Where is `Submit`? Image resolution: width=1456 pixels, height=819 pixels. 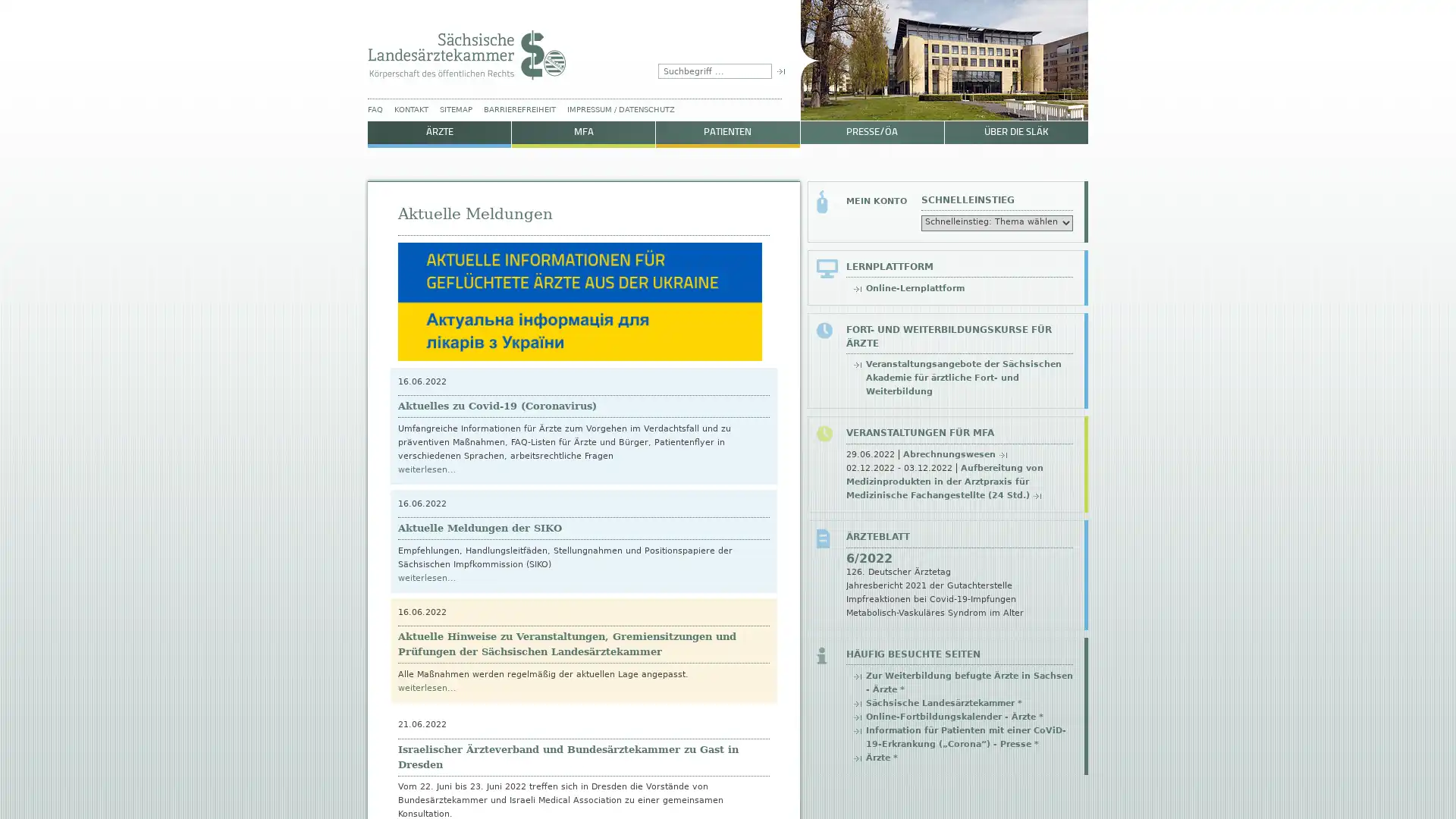 Submit is located at coordinates (780, 71).